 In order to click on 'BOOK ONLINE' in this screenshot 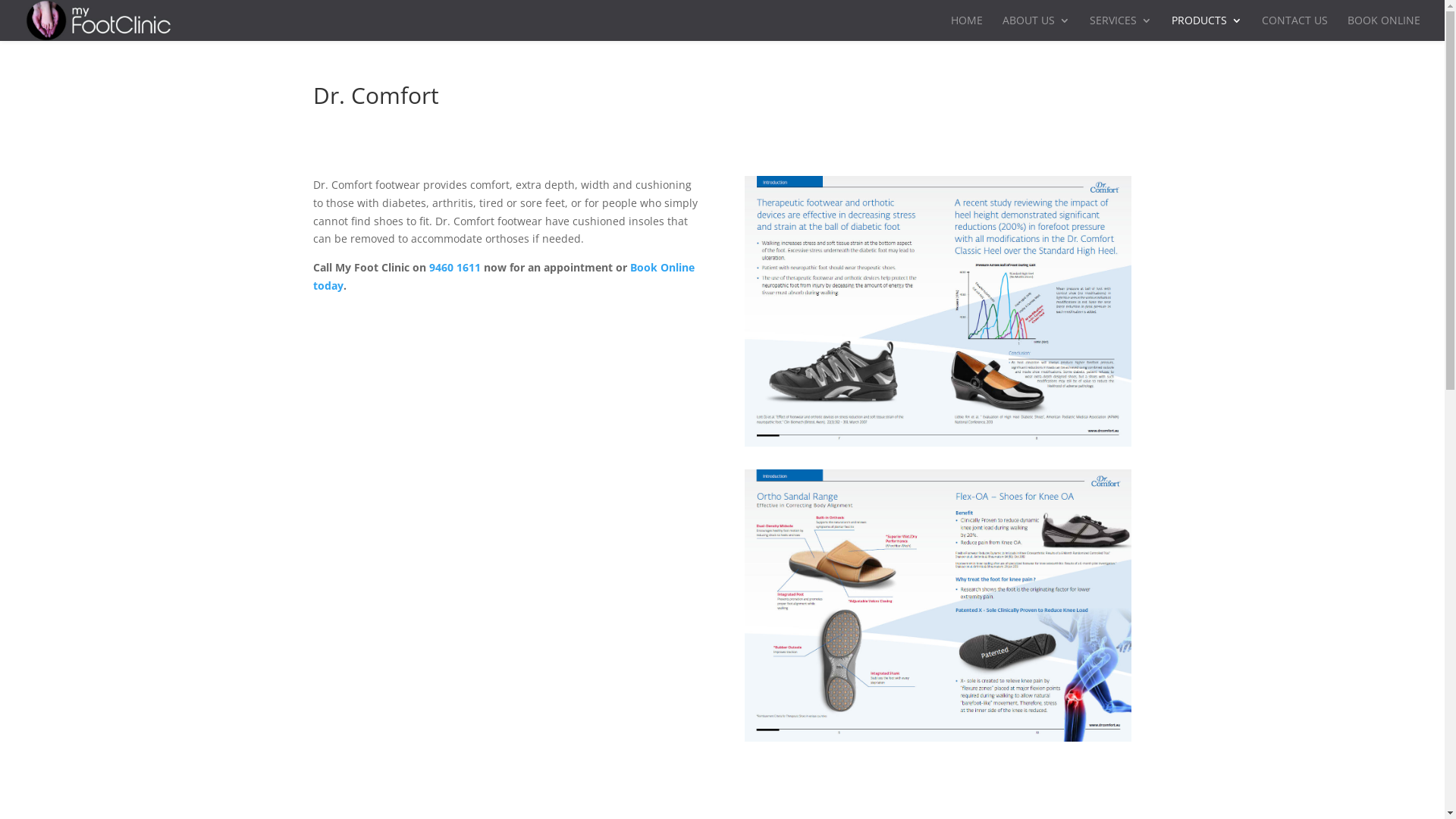, I will do `click(1383, 28)`.